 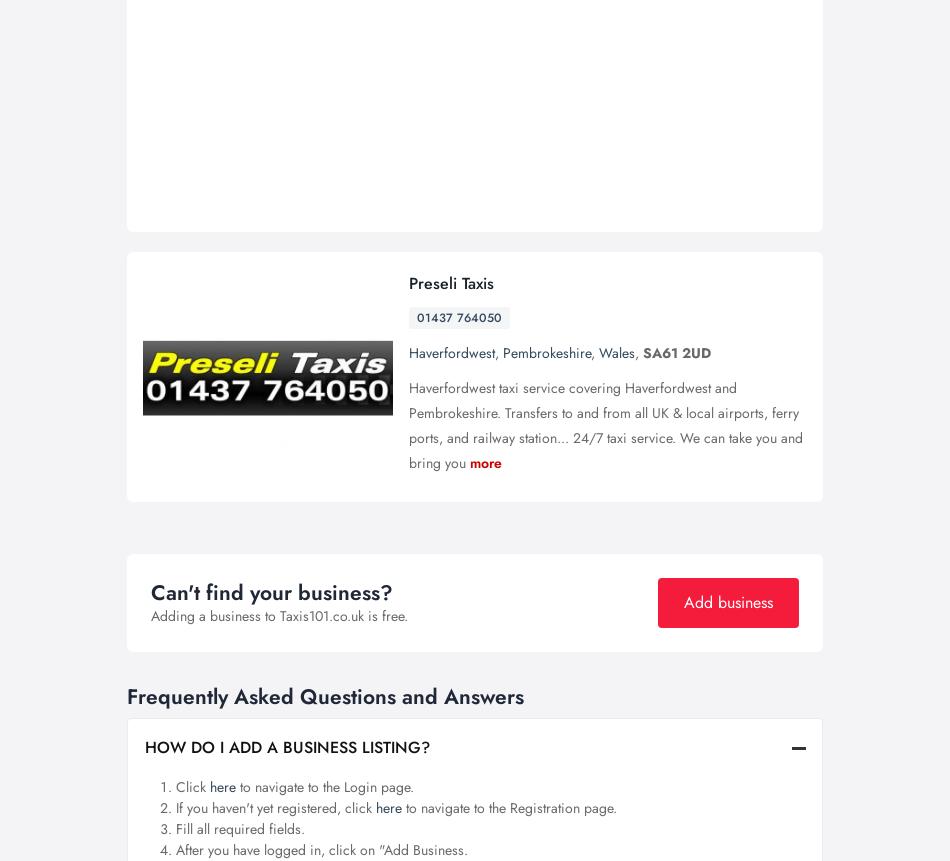 What do you see at coordinates (623, 60) in the screenshot?
I see `'Login'` at bounding box center [623, 60].